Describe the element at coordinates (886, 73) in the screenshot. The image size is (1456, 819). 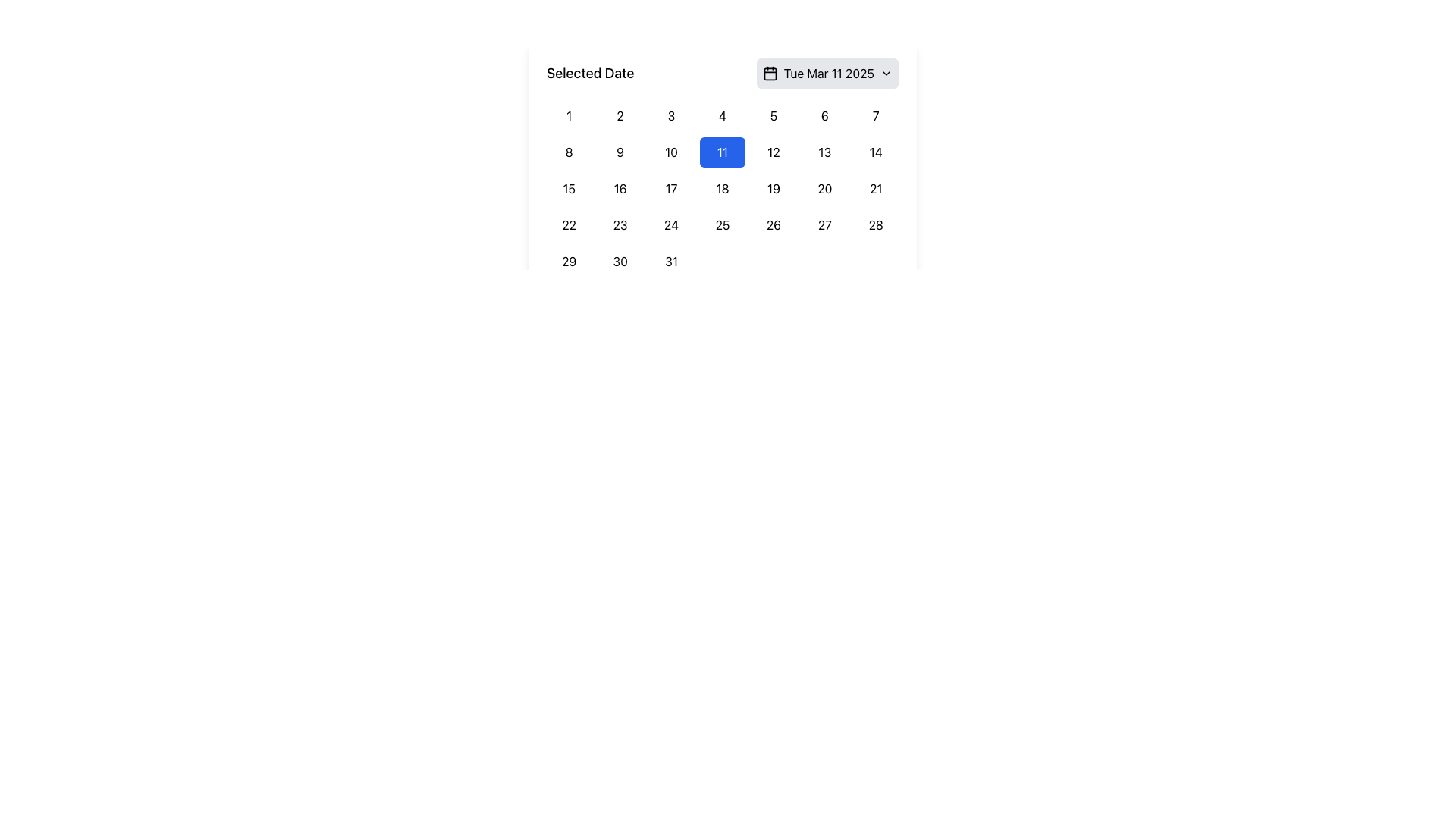
I see `the downward-pointing chevron icon located to the right of the date label 'Tue Mar 11 2025'` at that location.